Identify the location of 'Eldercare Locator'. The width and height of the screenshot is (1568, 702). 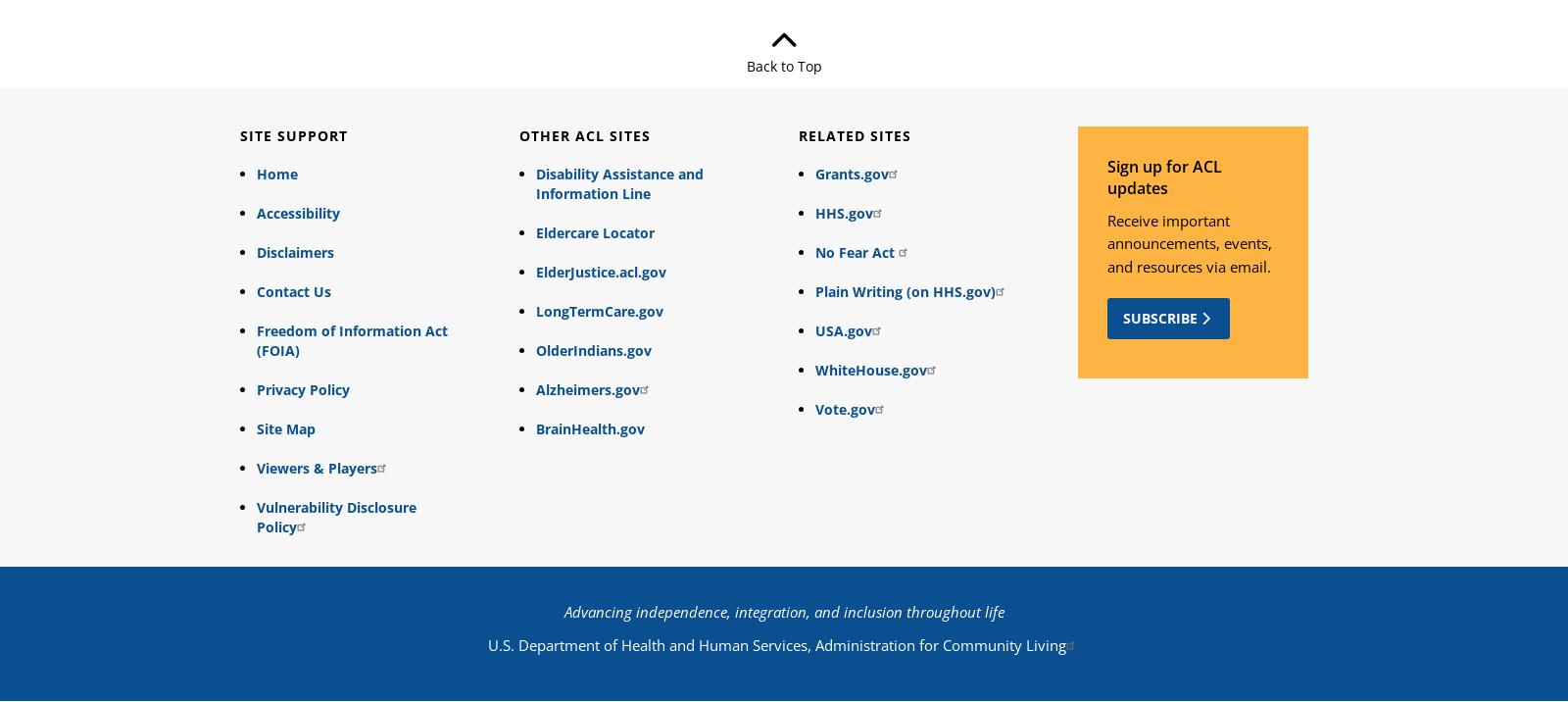
(594, 231).